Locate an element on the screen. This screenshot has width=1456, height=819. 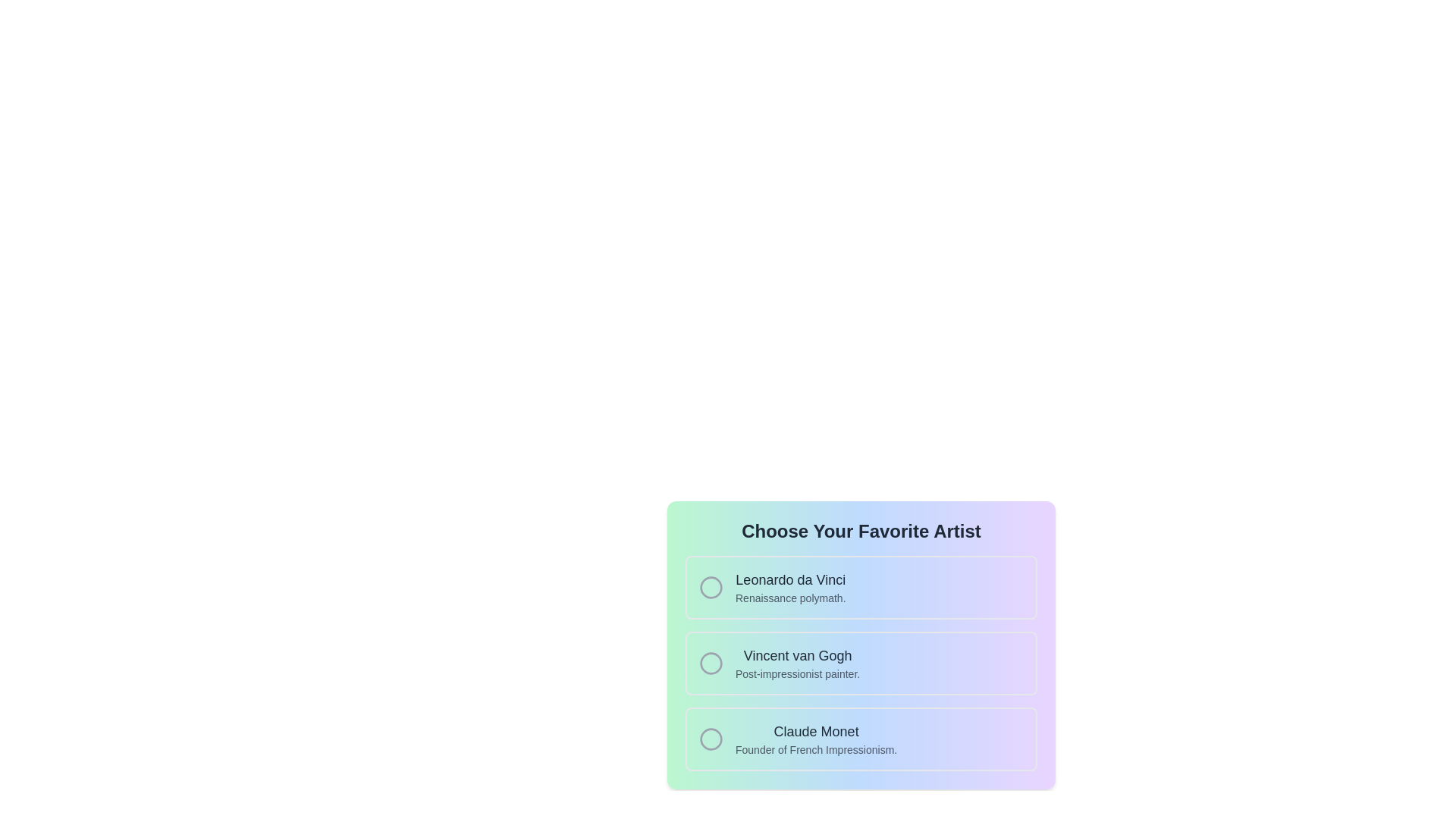
the text label that reads 'Post-impressionist painter', which is styled in gray and located directly beneath 'Vincent van Gogh' is located at coordinates (797, 673).